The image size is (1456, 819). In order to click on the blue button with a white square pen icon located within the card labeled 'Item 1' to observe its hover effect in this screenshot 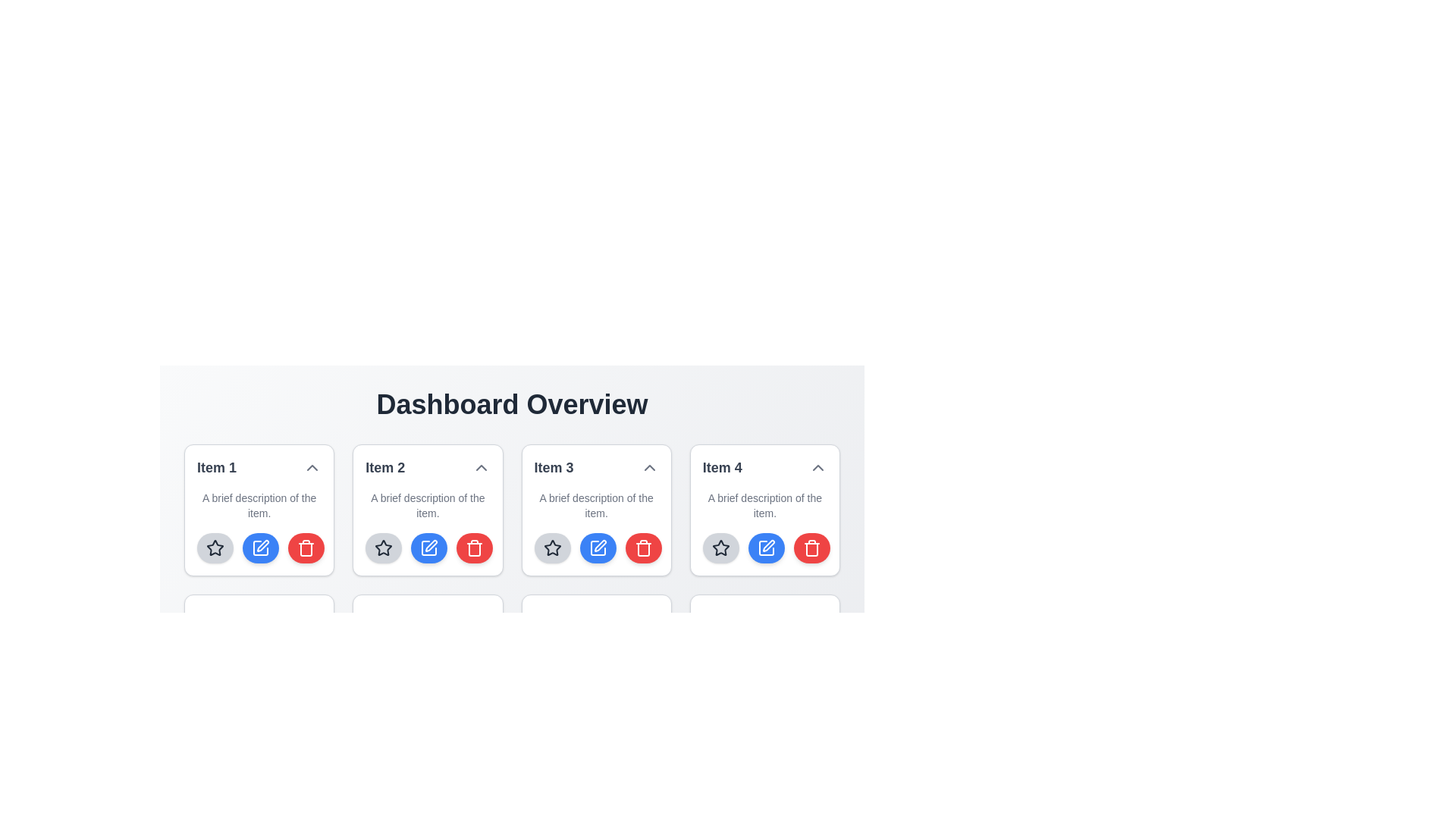, I will do `click(259, 548)`.